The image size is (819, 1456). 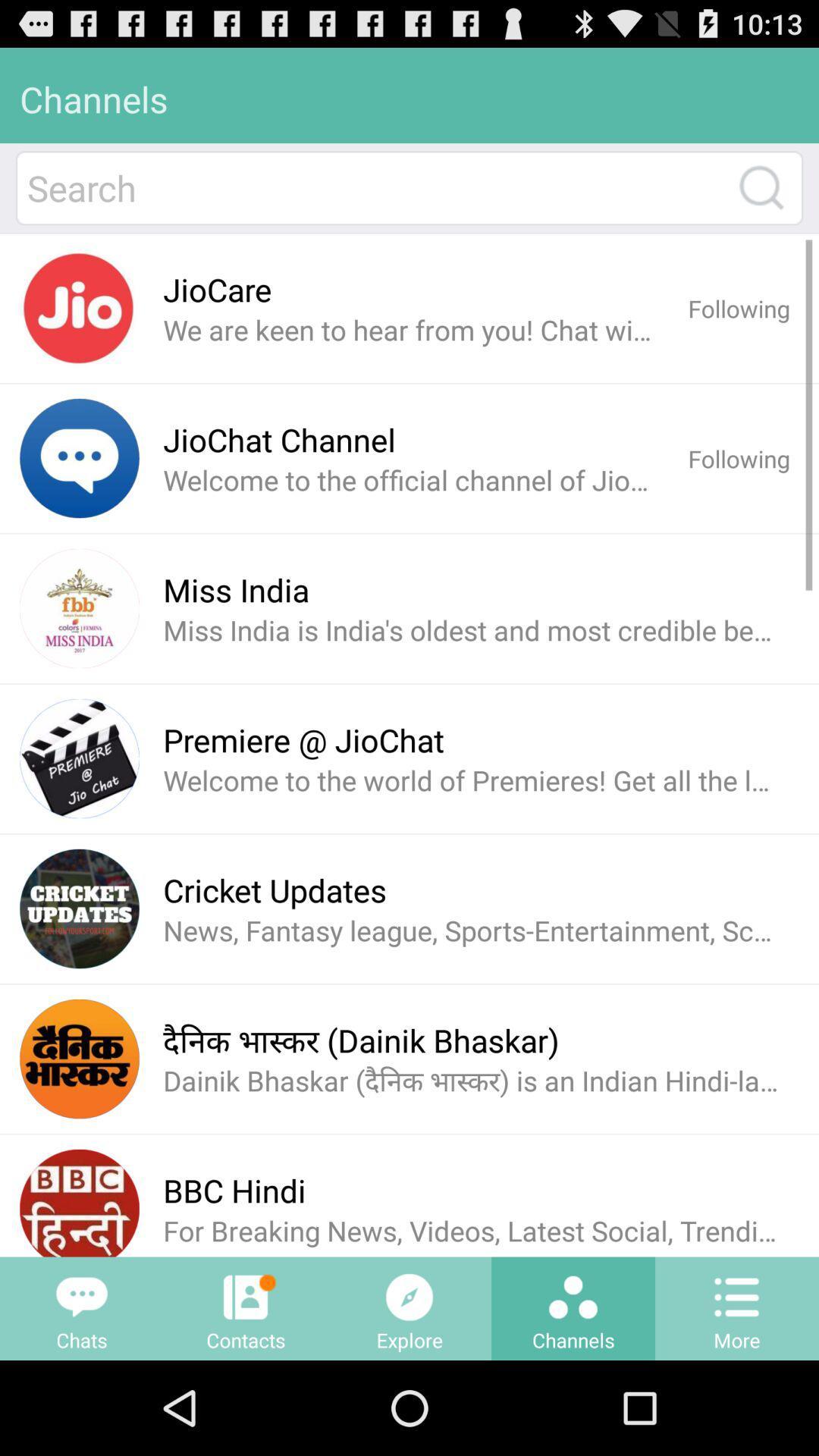 What do you see at coordinates (374, 187) in the screenshot?
I see `search bar` at bounding box center [374, 187].